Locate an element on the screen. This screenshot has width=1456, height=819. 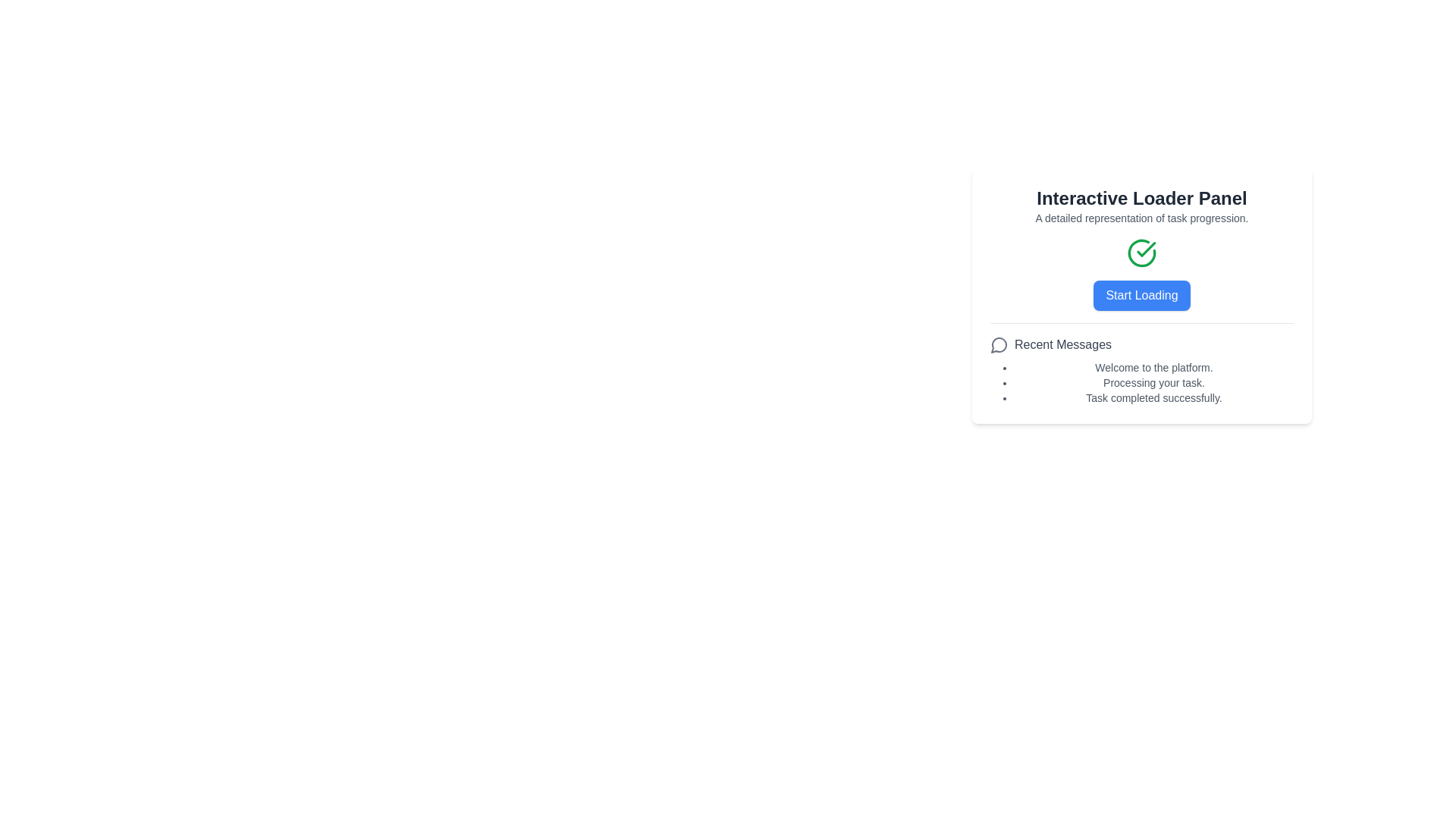
text from the first message in the 'Recent Messages' panel, which provides users with textual information or status updates from the system is located at coordinates (1153, 368).